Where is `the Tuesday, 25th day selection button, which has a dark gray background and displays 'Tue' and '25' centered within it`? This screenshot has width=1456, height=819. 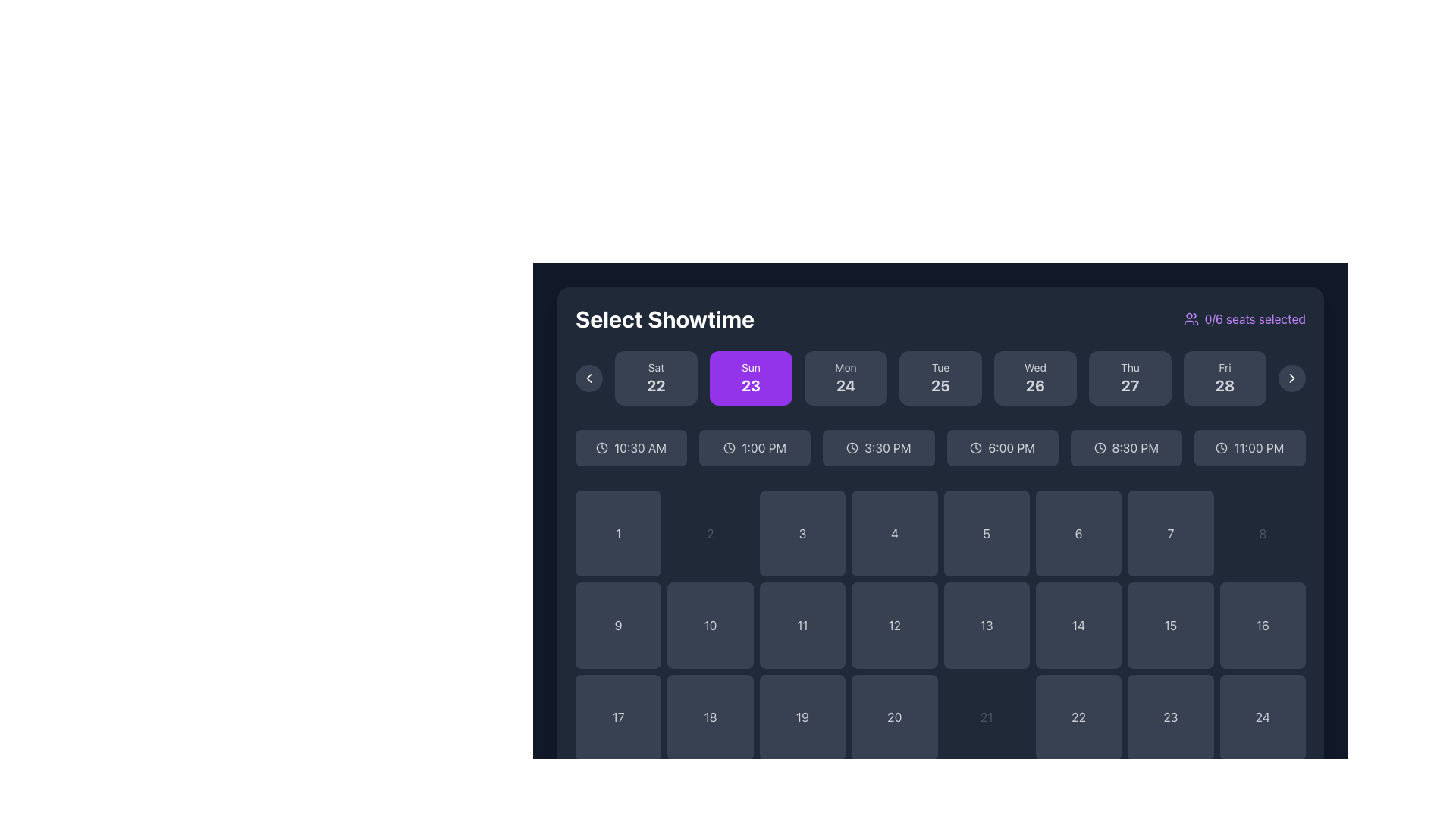
the Tuesday, 25th day selection button, which has a dark gray background and displays 'Tue' and '25' centered within it is located at coordinates (940, 377).